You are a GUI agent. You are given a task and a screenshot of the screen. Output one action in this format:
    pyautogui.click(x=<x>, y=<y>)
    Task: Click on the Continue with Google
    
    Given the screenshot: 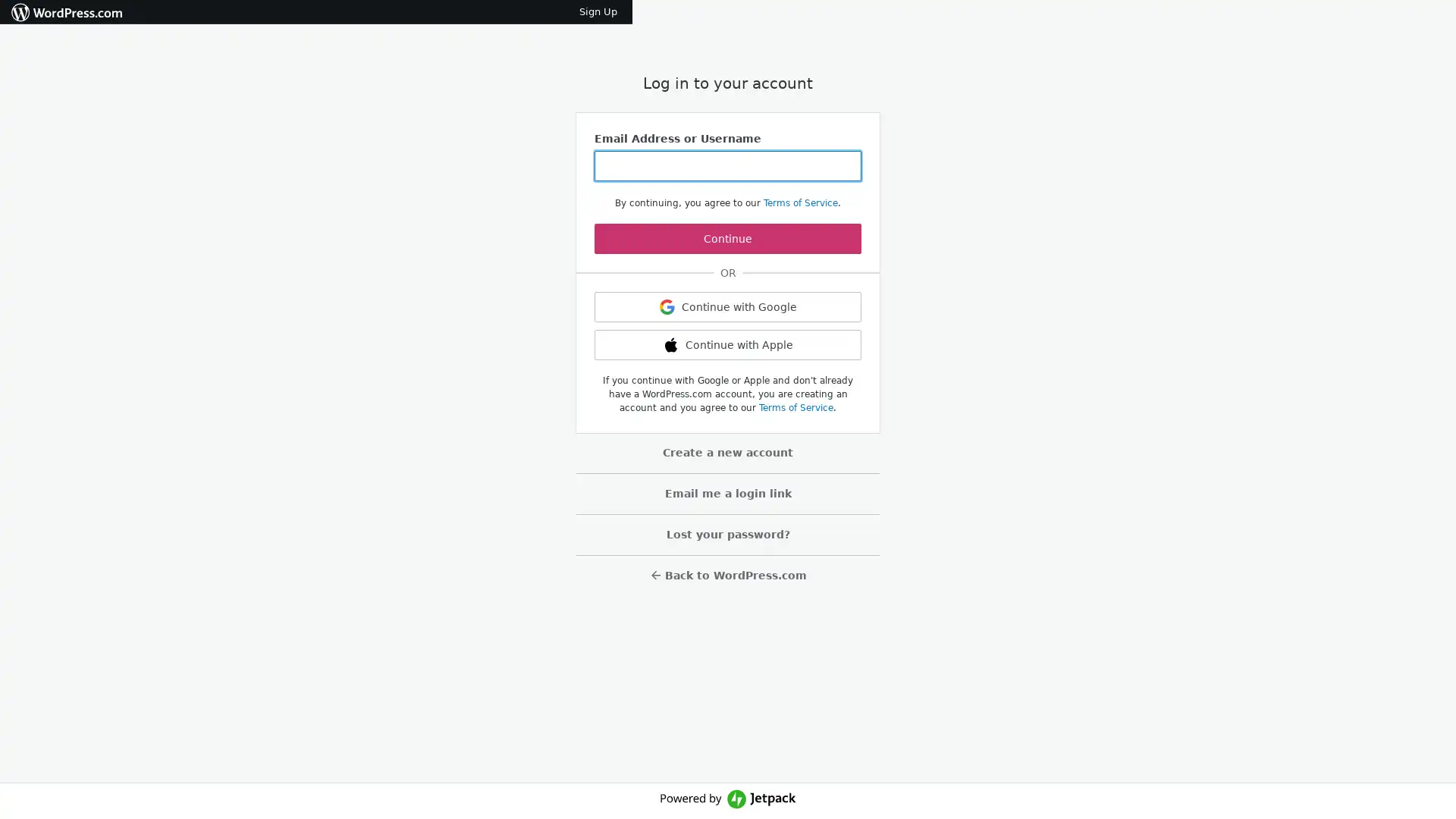 What is the action you would take?
    pyautogui.click(x=728, y=307)
    